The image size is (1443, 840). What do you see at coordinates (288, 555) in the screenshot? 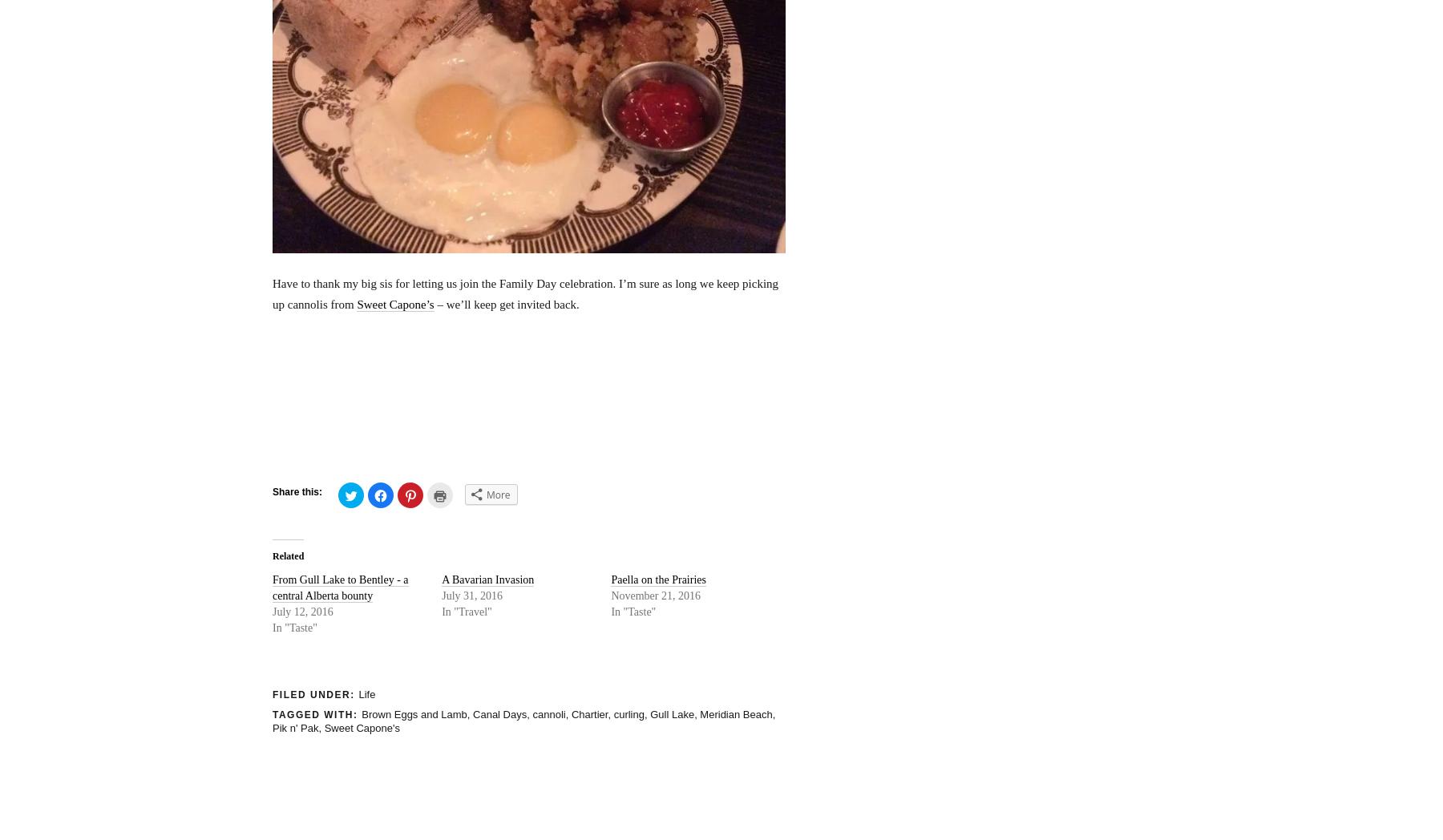
I see `'Related'` at bounding box center [288, 555].